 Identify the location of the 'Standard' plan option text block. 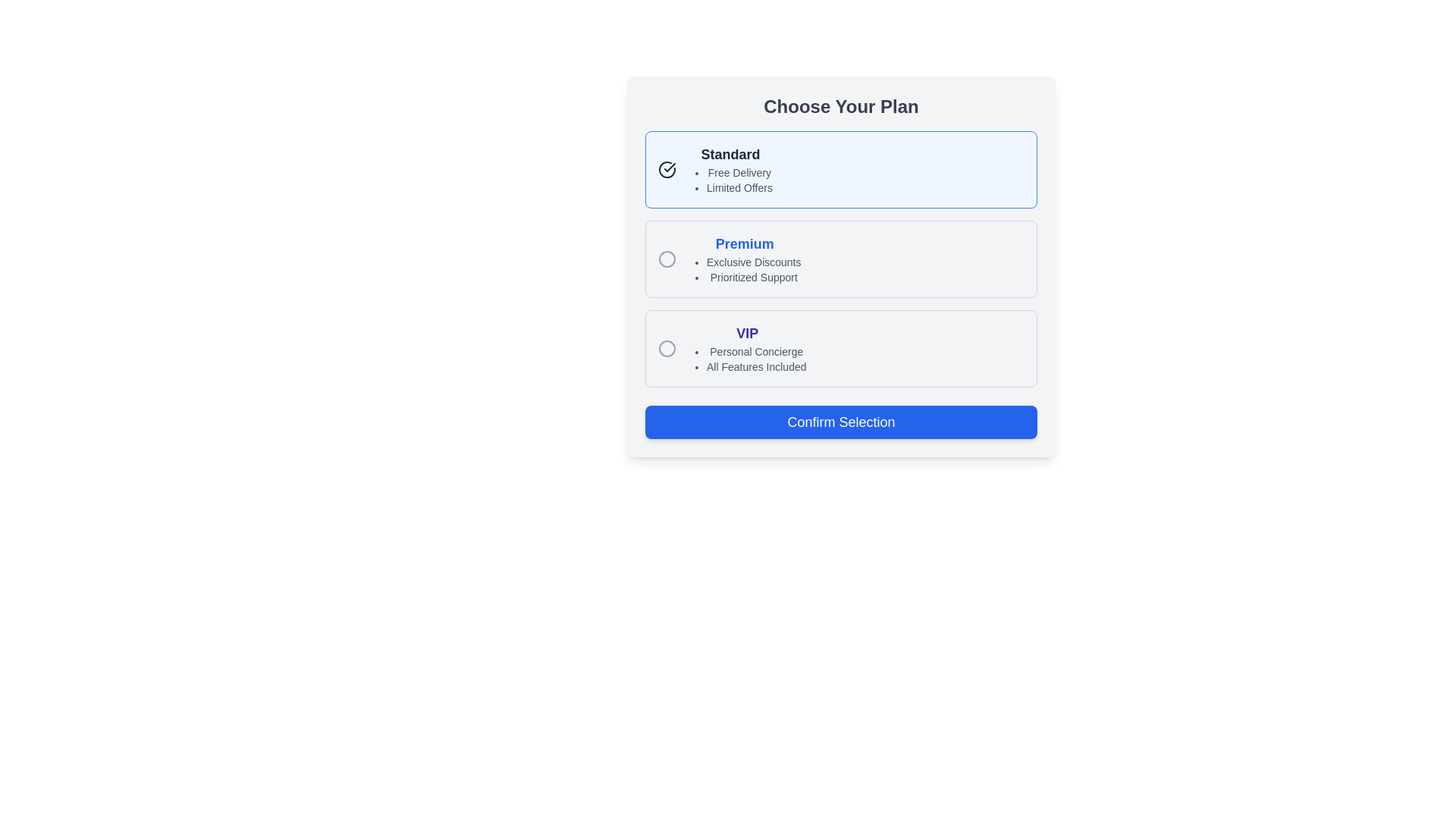
(730, 169).